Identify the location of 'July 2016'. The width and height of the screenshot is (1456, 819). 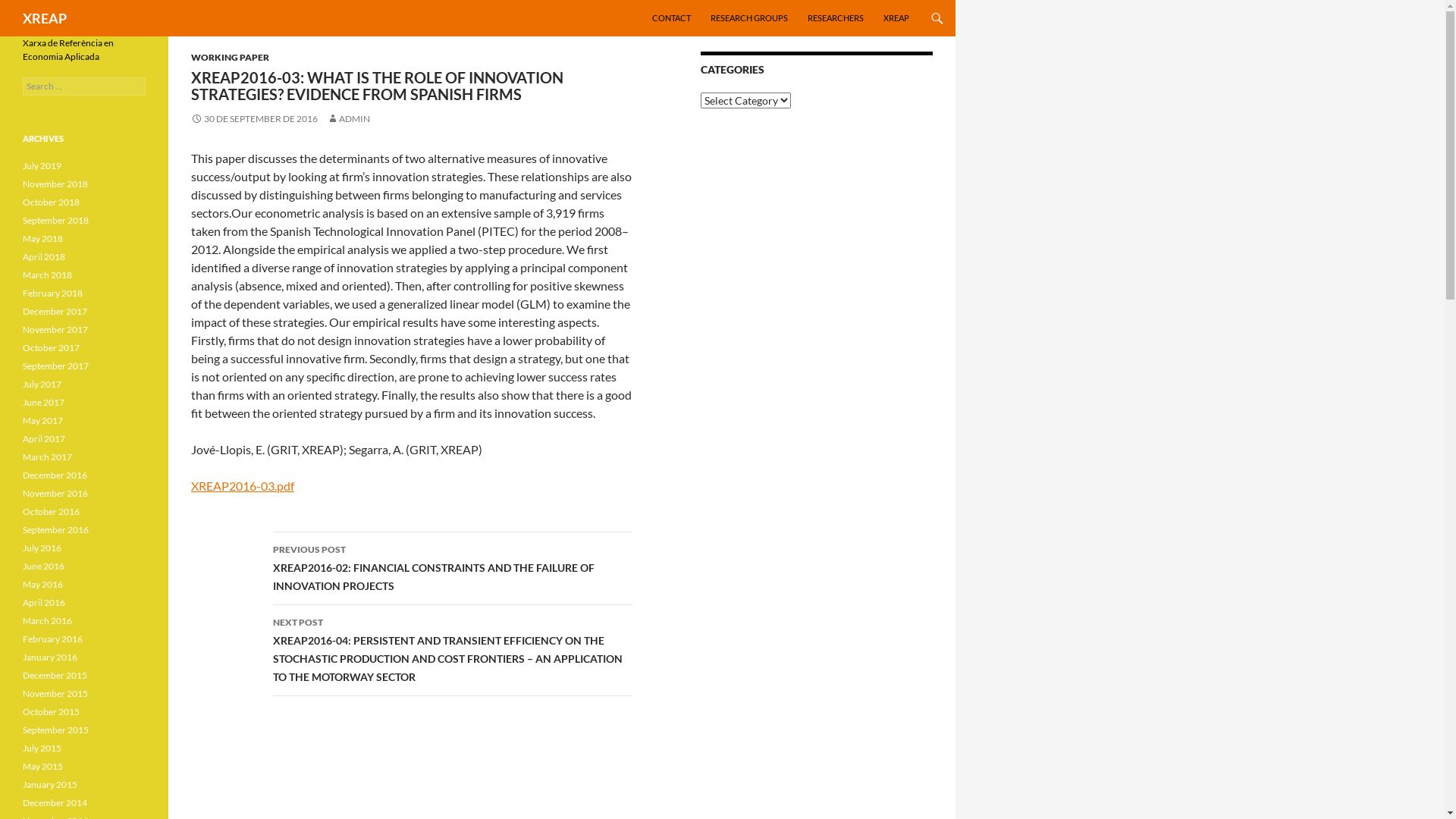
(22, 548).